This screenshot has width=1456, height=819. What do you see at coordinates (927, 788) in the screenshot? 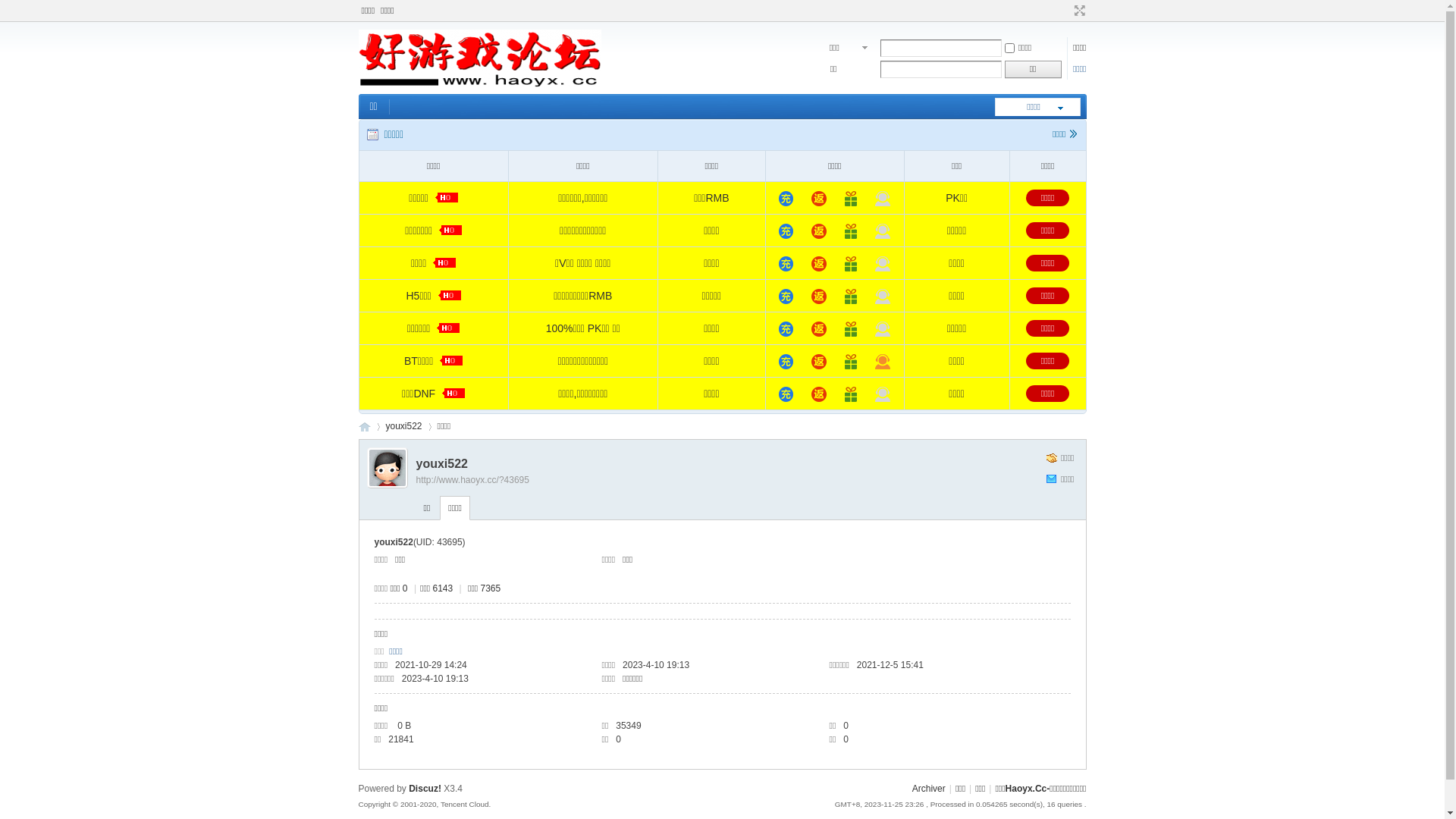
I see `'Archiver'` at bounding box center [927, 788].